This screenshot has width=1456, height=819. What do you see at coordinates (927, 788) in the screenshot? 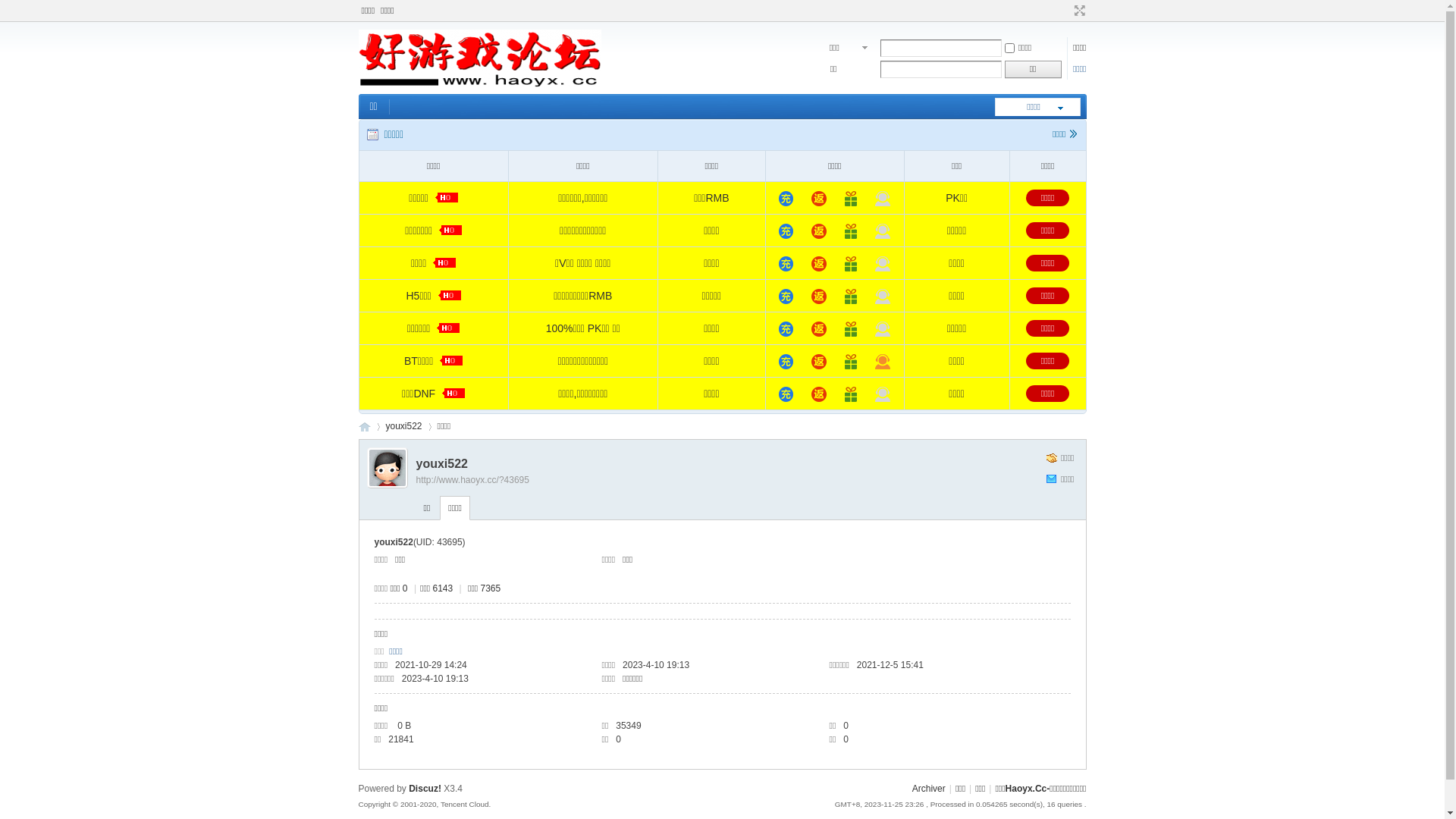
I see `'Archiver'` at bounding box center [927, 788].